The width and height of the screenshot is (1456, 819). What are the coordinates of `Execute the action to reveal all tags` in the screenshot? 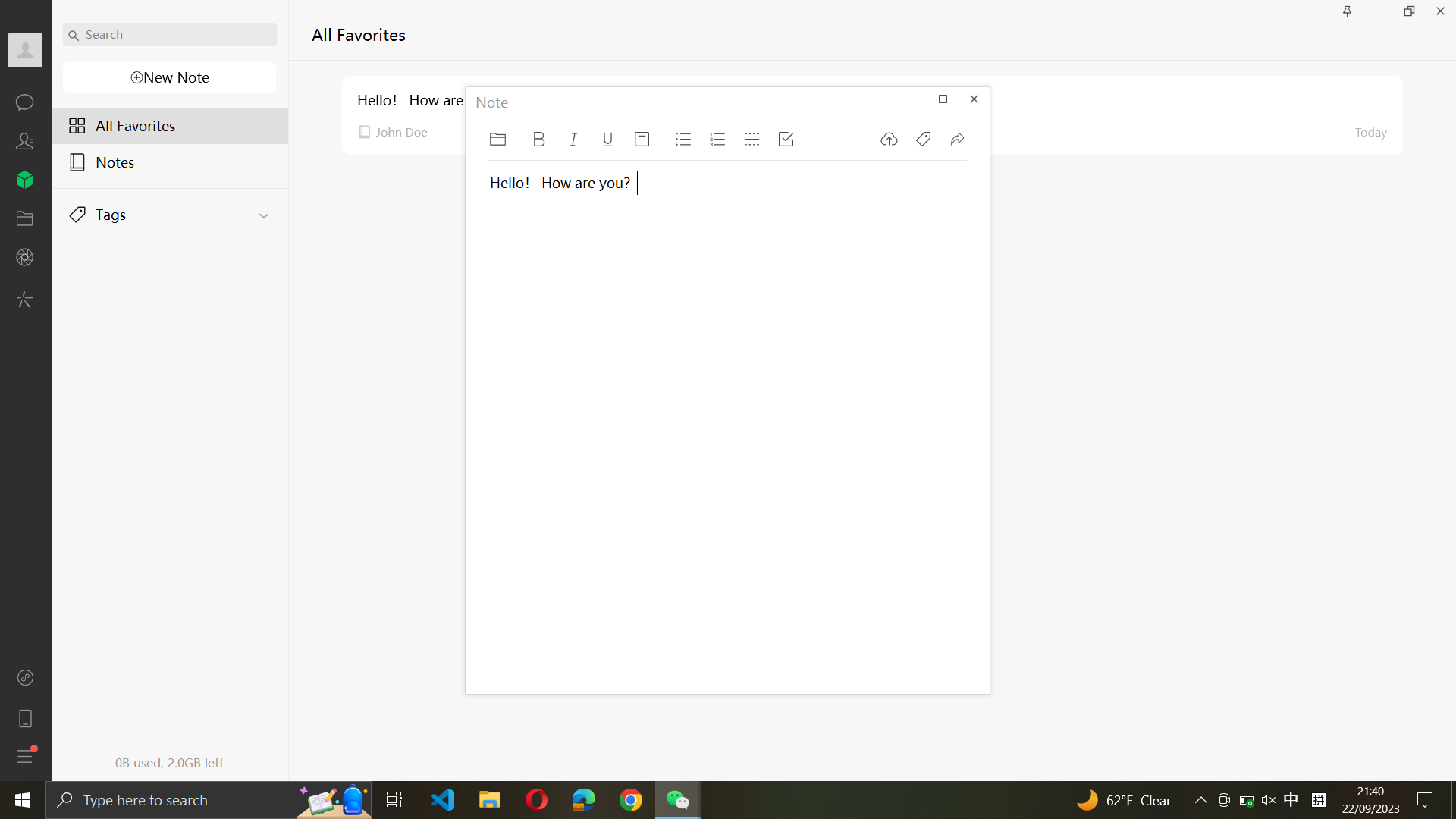 It's located at (171, 210).